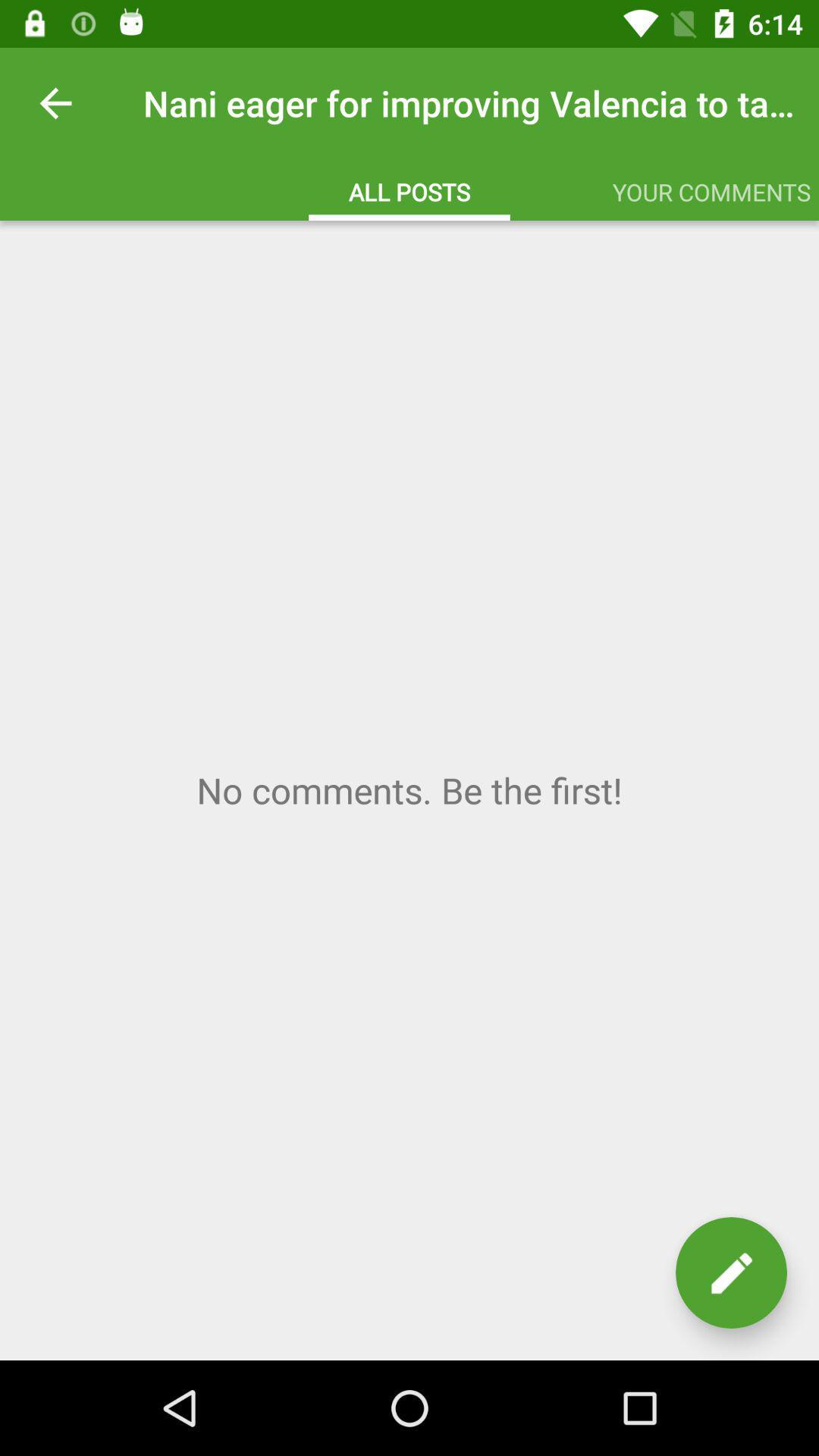 This screenshot has width=819, height=1456. I want to click on item at the bottom right corner, so click(730, 1272).